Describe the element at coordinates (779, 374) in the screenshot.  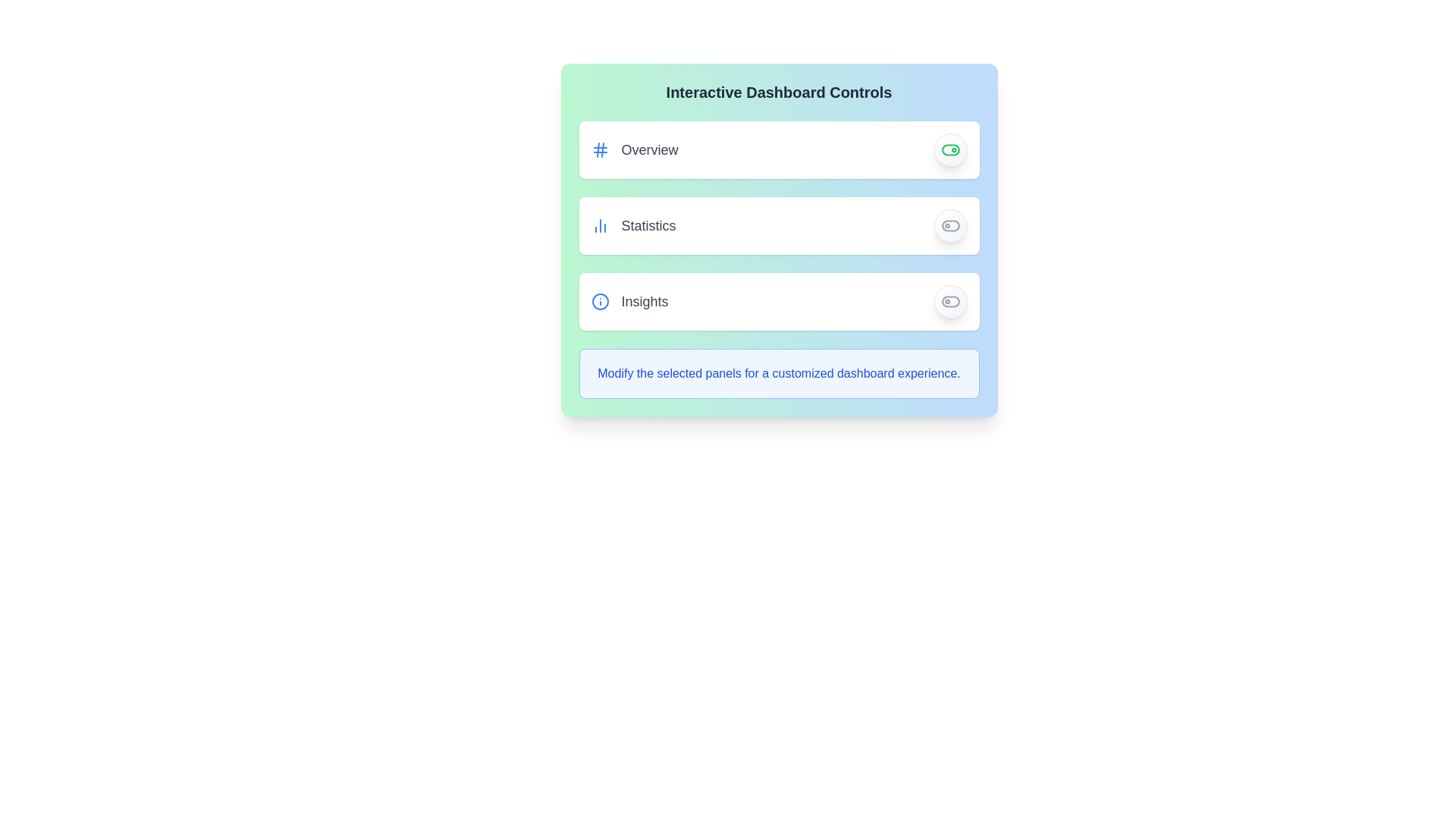
I see `the static informational text located at the bottom of the 'Interactive Dashboard Controls' panel, which informs users about modifying selected panels for a customized dashboard setup` at that location.